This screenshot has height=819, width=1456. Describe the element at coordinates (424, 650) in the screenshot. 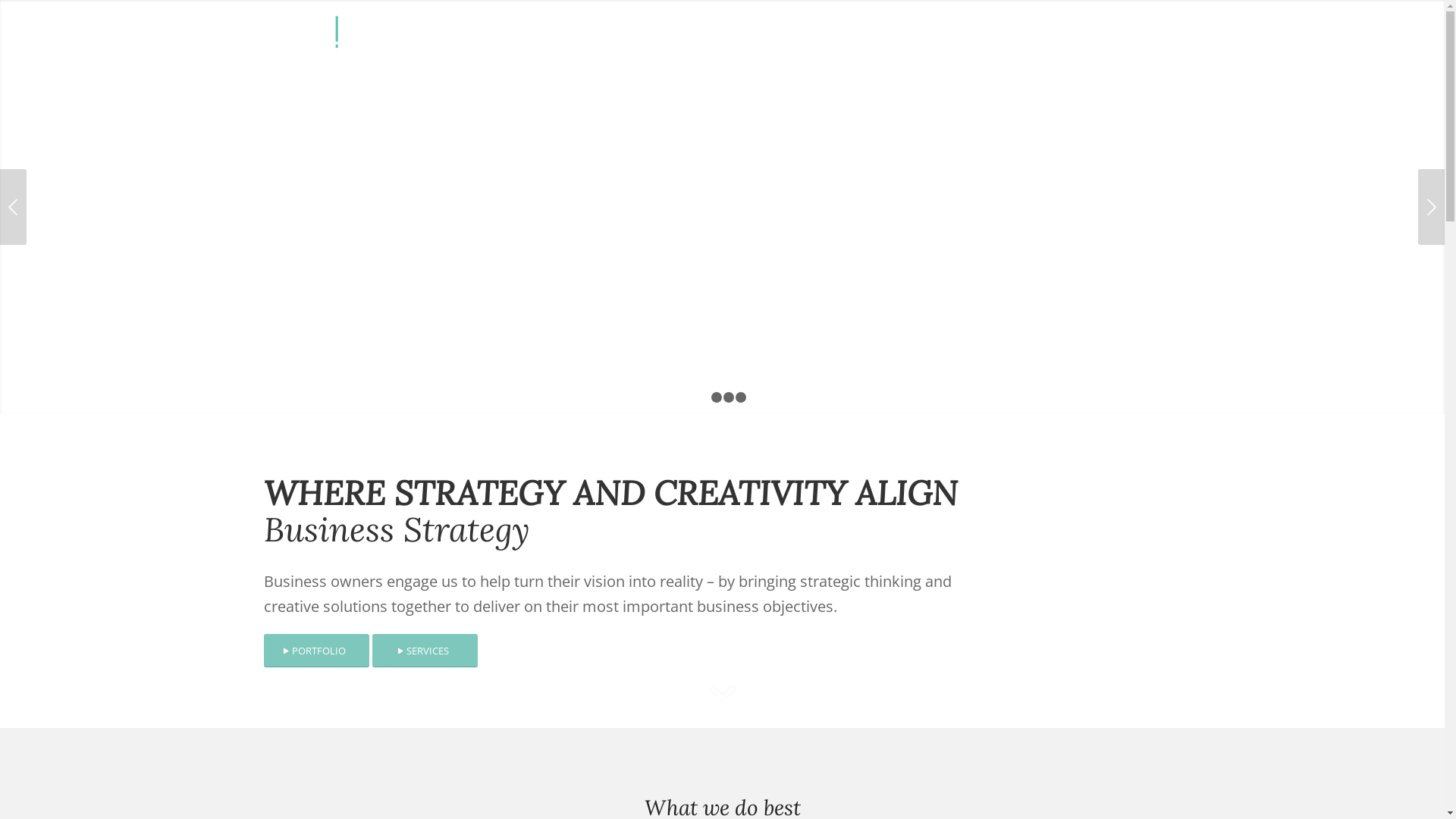

I see `'SERVICES'` at that location.